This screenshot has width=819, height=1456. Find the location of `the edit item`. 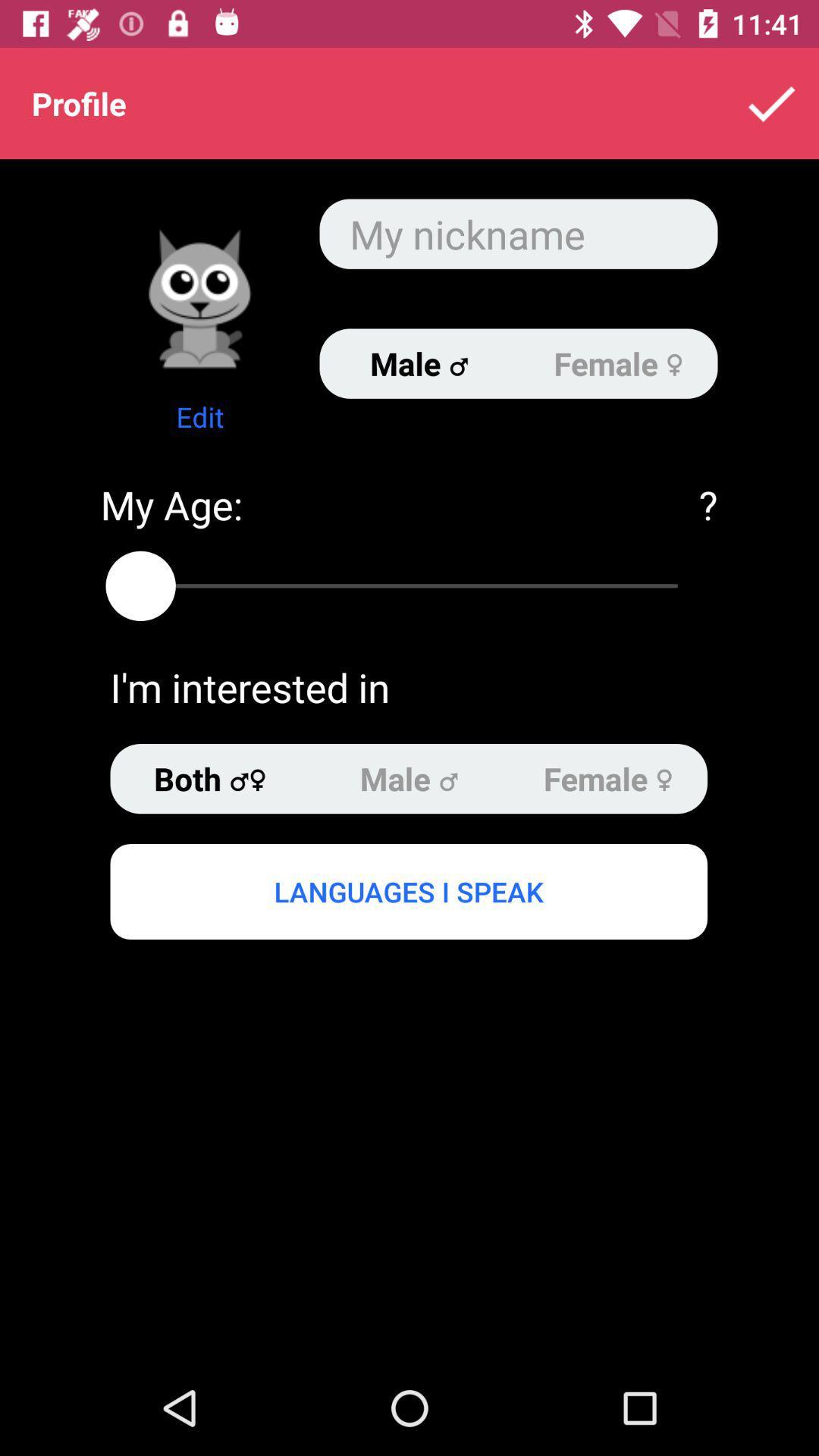

the edit item is located at coordinates (199, 416).